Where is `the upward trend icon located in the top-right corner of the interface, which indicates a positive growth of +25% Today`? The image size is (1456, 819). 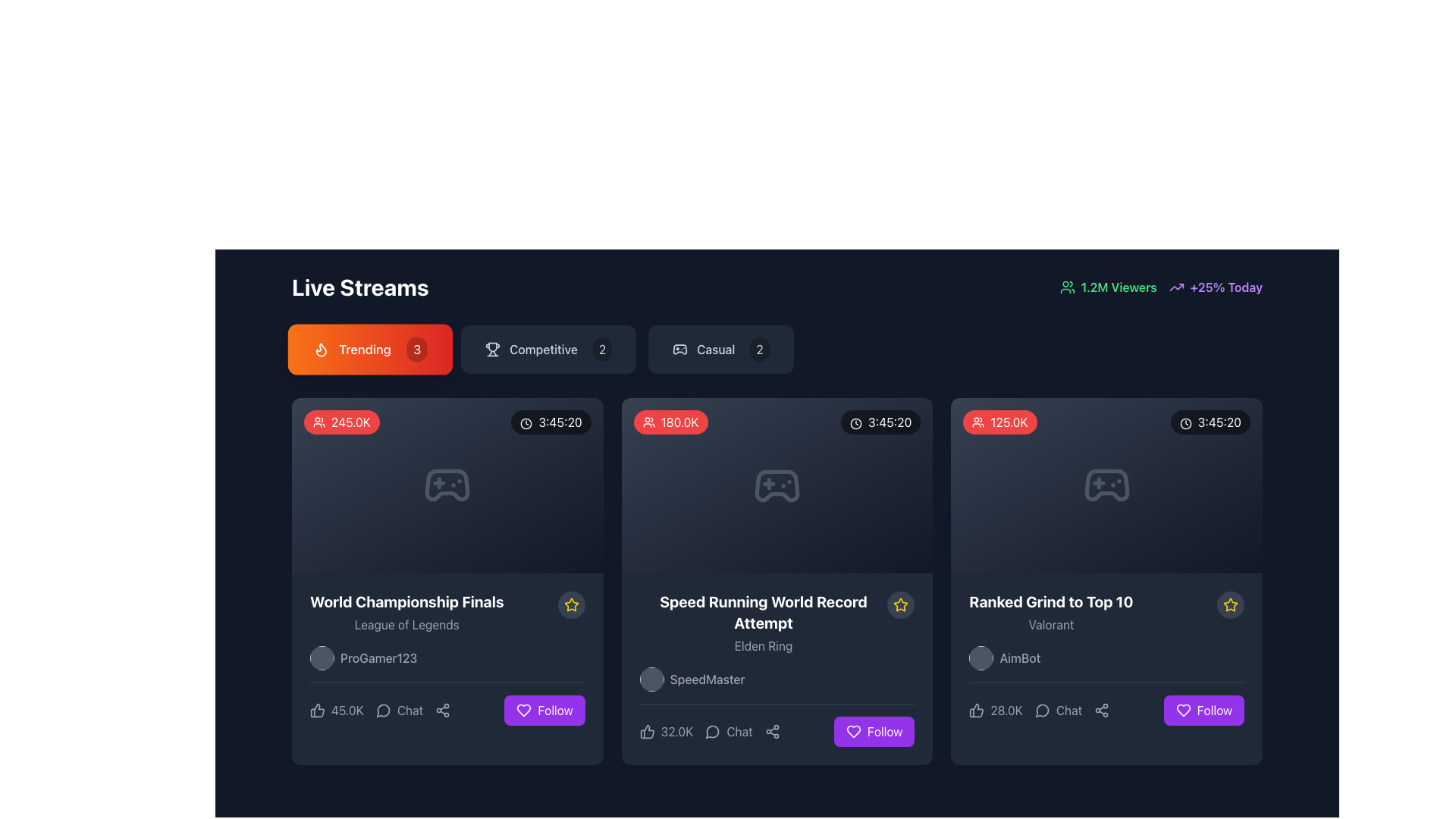 the upward trend icon located in the top-right corner of the interface, which indicates a positive growth of +25% Today is located at coordinates (1175, 287).